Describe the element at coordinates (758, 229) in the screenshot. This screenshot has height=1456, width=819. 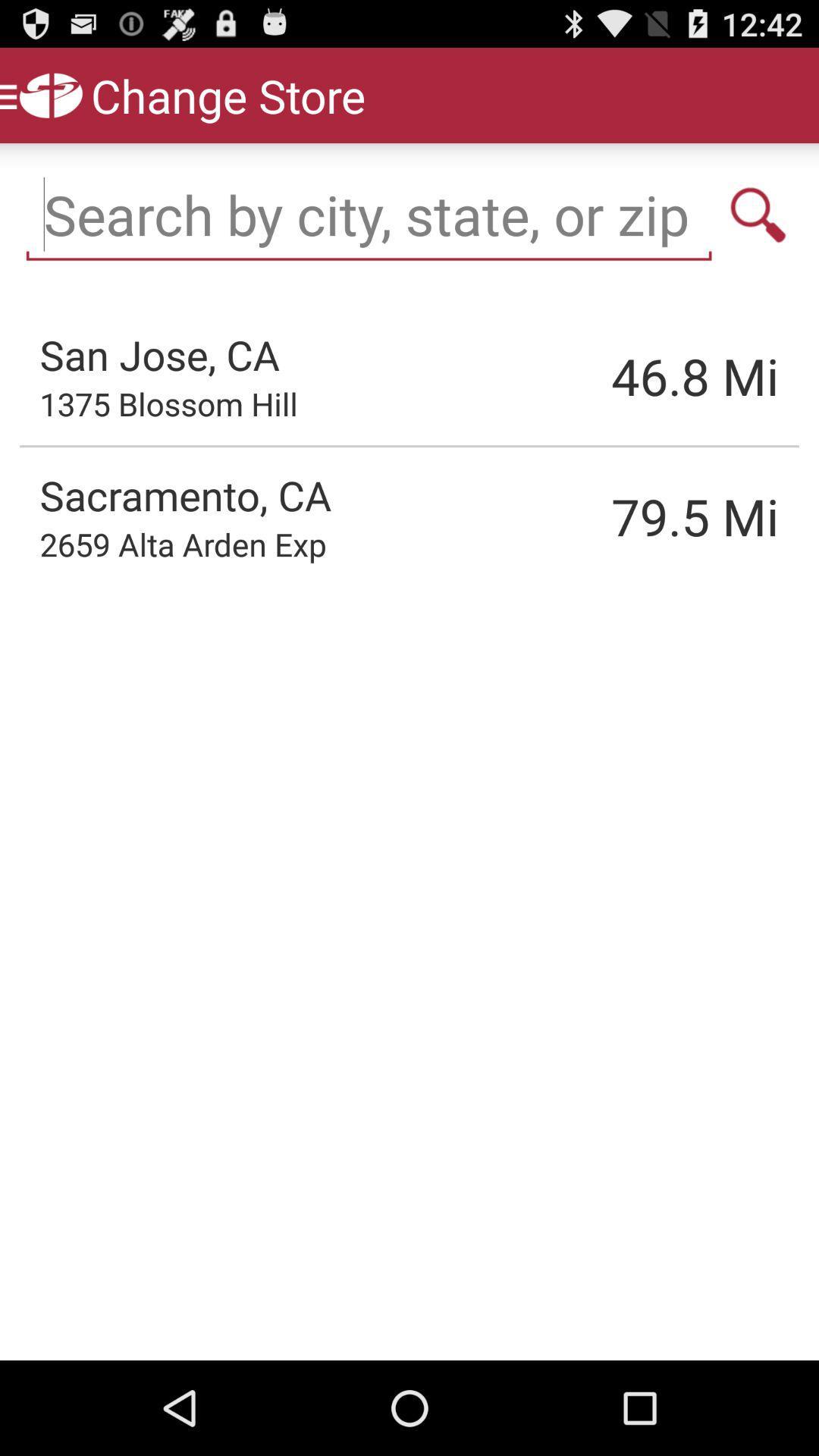
I see `the search icon` at that location.